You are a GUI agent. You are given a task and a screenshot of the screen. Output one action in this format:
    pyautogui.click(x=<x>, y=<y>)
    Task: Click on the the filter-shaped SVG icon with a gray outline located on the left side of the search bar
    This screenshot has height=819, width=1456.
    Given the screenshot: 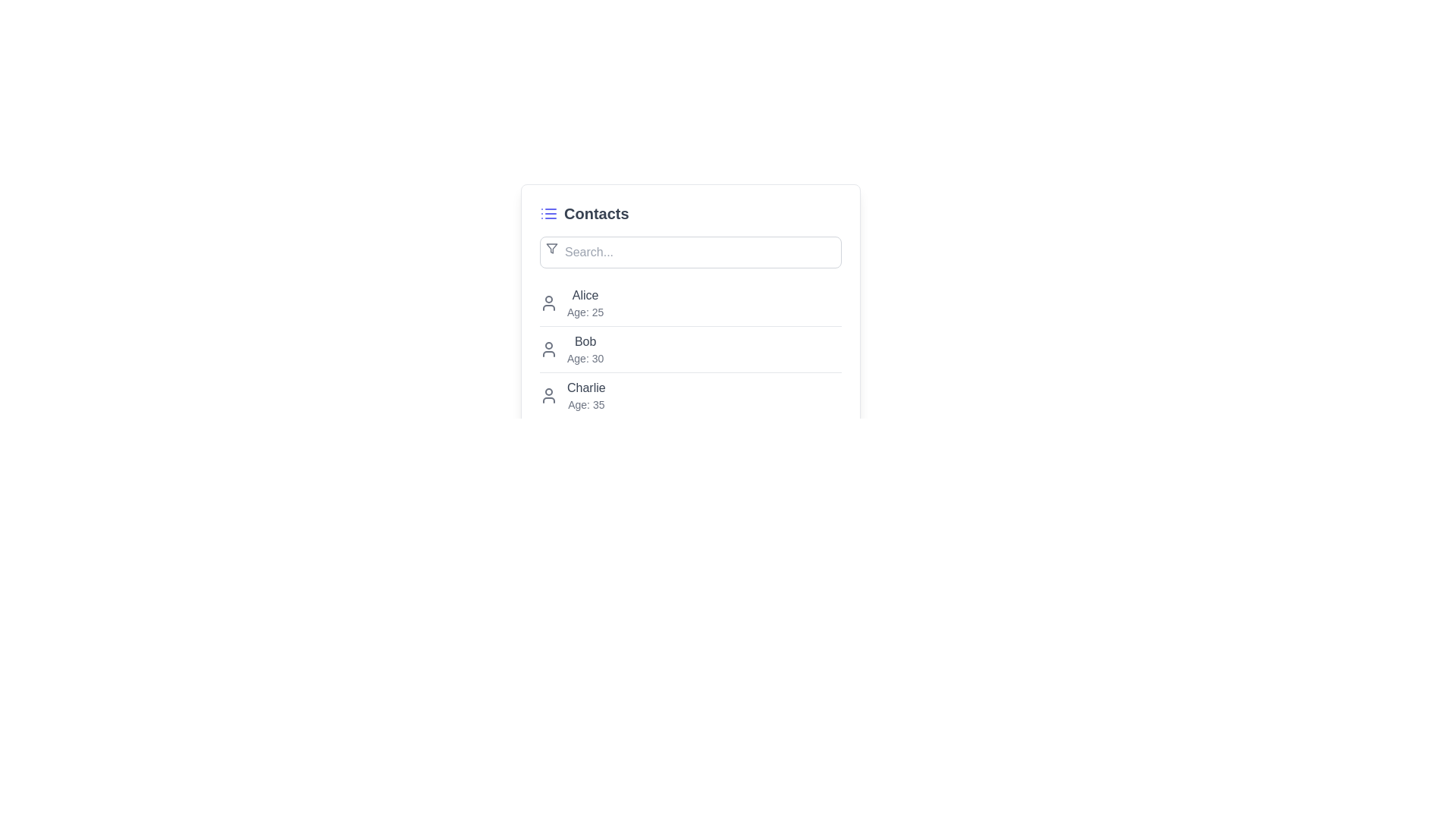 What is the action you would take?
    pyautogui.click(x=551, y=247)
    